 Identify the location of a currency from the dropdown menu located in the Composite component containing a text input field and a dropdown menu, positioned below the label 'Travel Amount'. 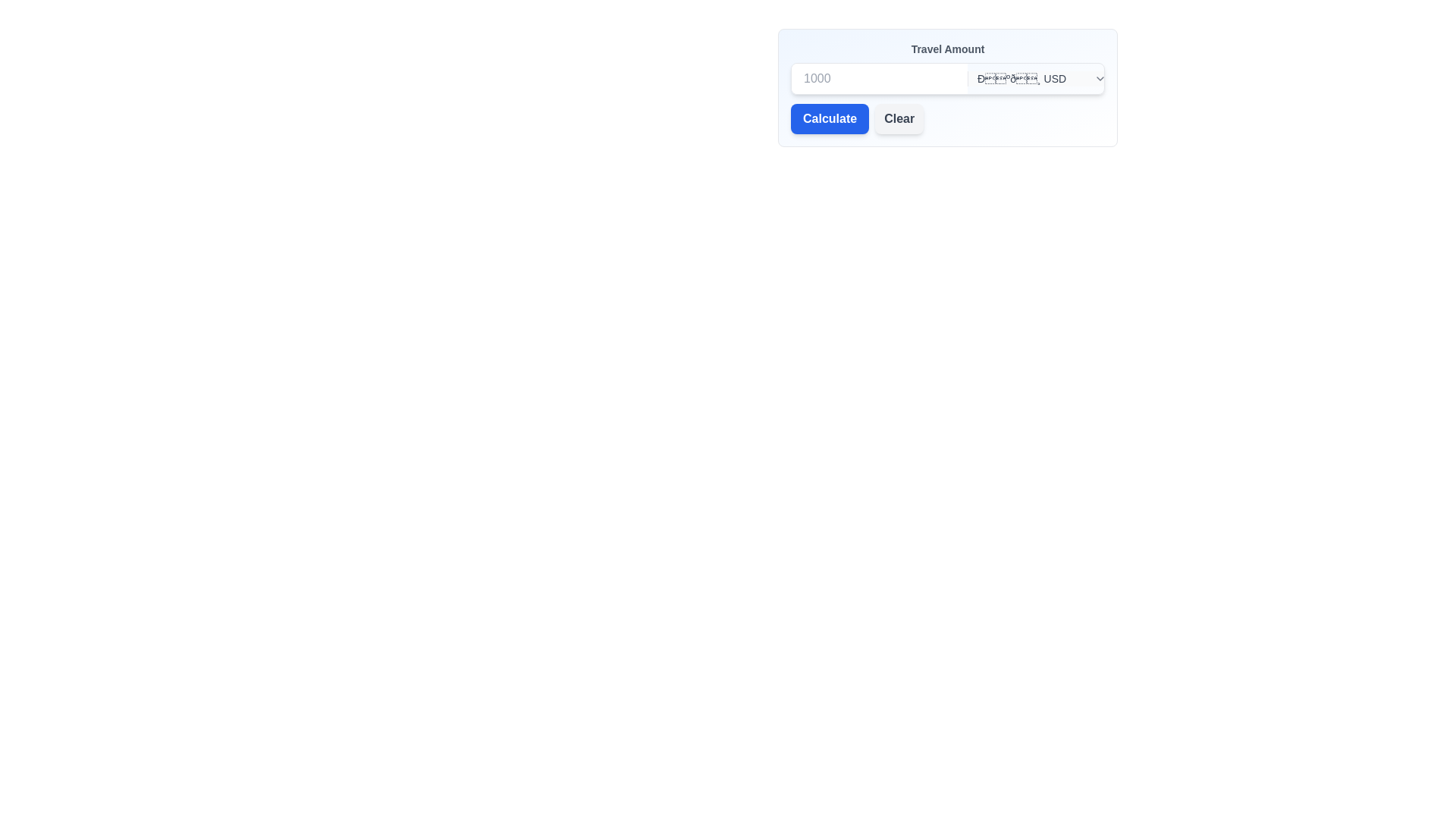
(946, 79).